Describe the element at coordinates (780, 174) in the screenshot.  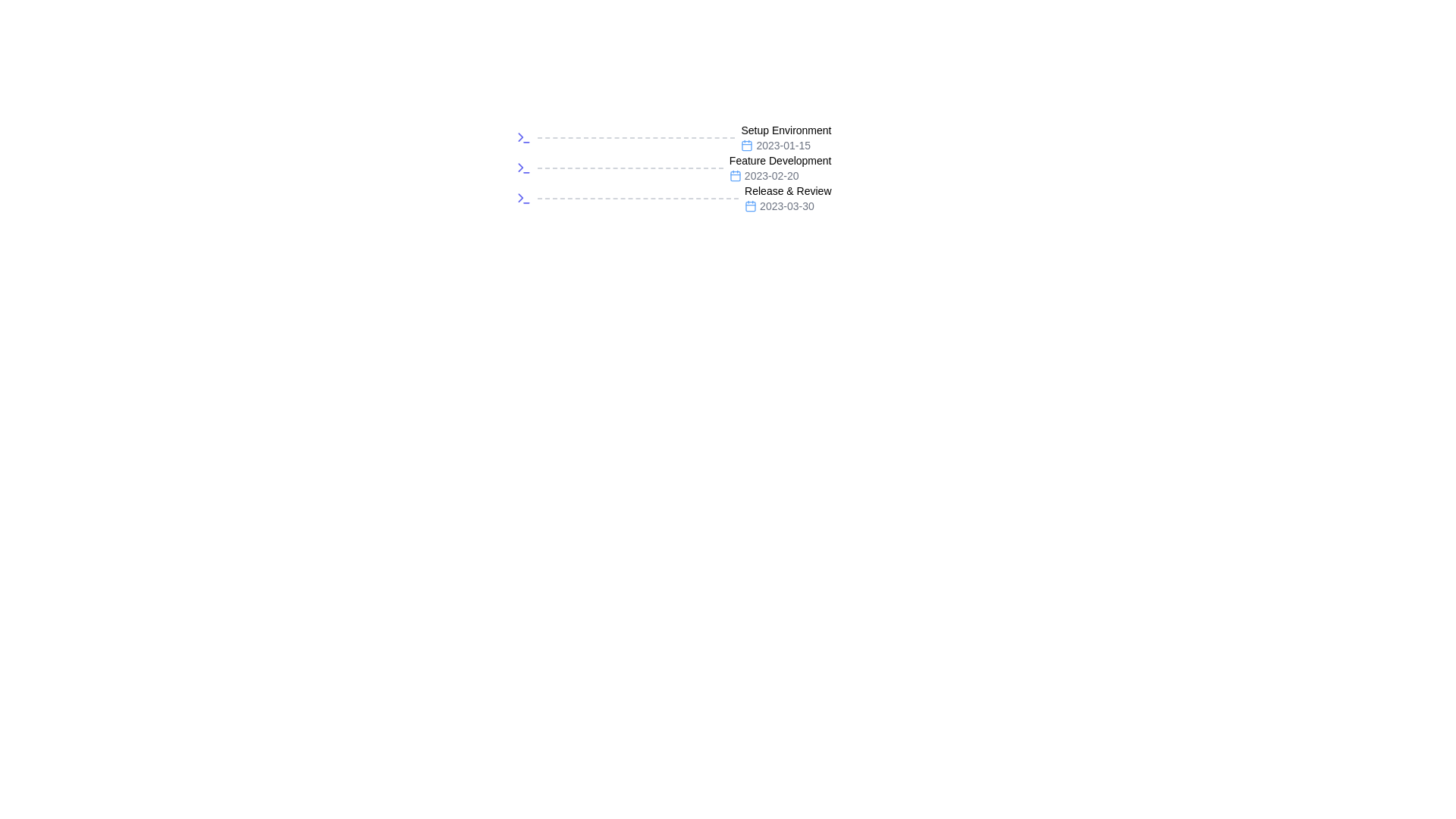
I see `the label displaying the date associated with the task or event, located to the right of 'Feature Development' in the second row of the vertical list` at that location.